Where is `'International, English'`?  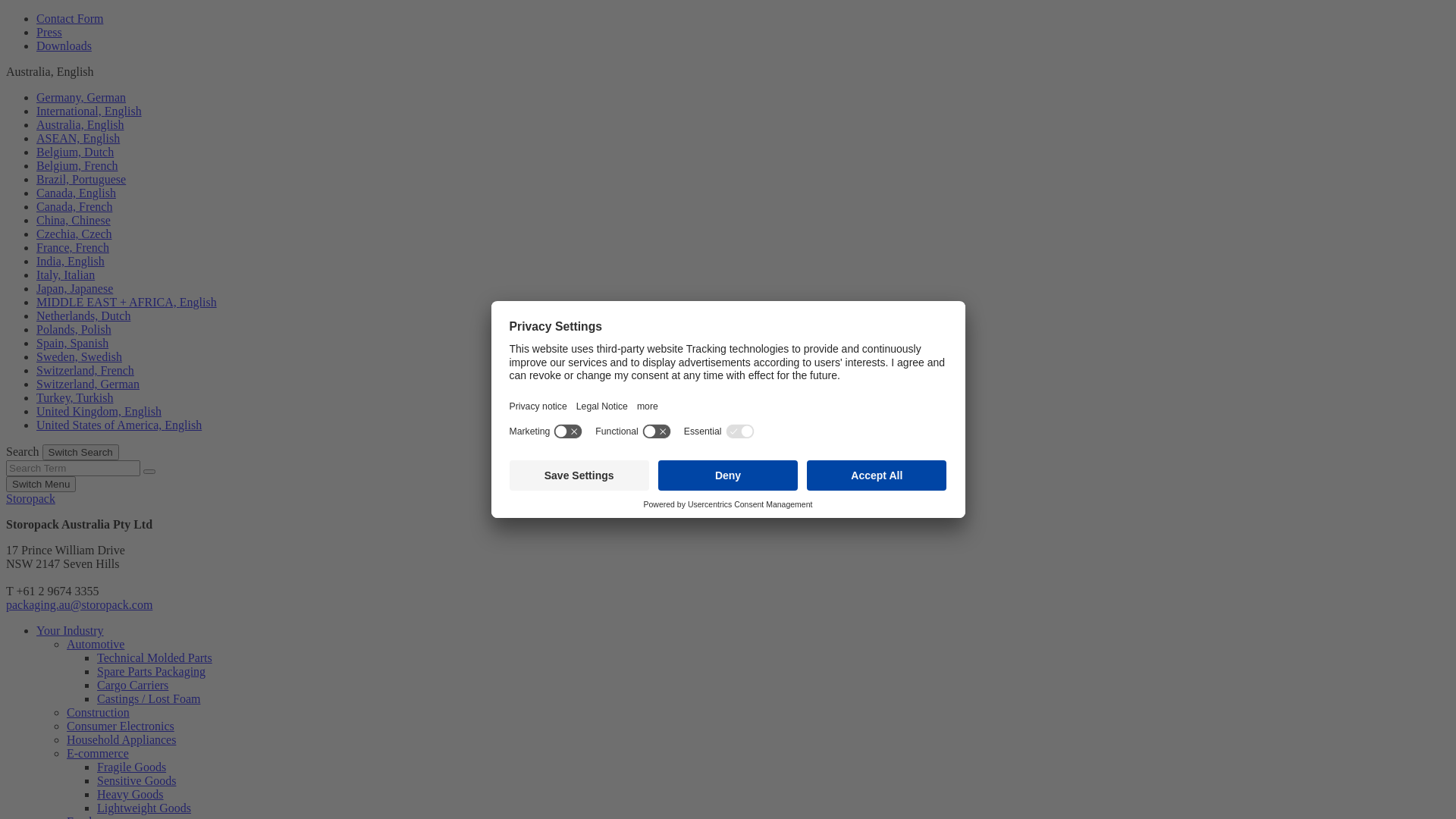 'International, English' is located at coordinates (88, 110).